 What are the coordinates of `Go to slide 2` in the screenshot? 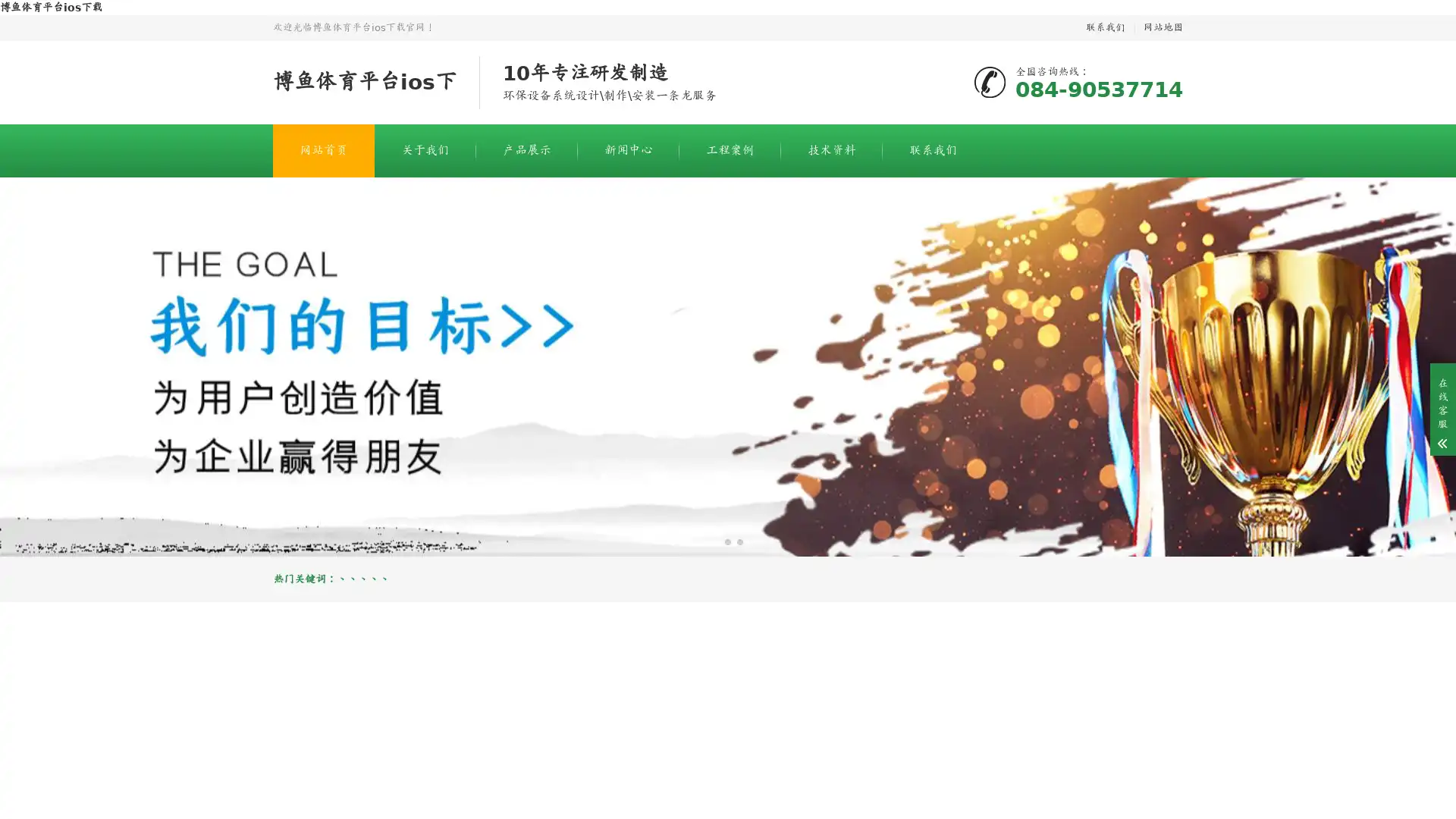 It's located at (728, 541).